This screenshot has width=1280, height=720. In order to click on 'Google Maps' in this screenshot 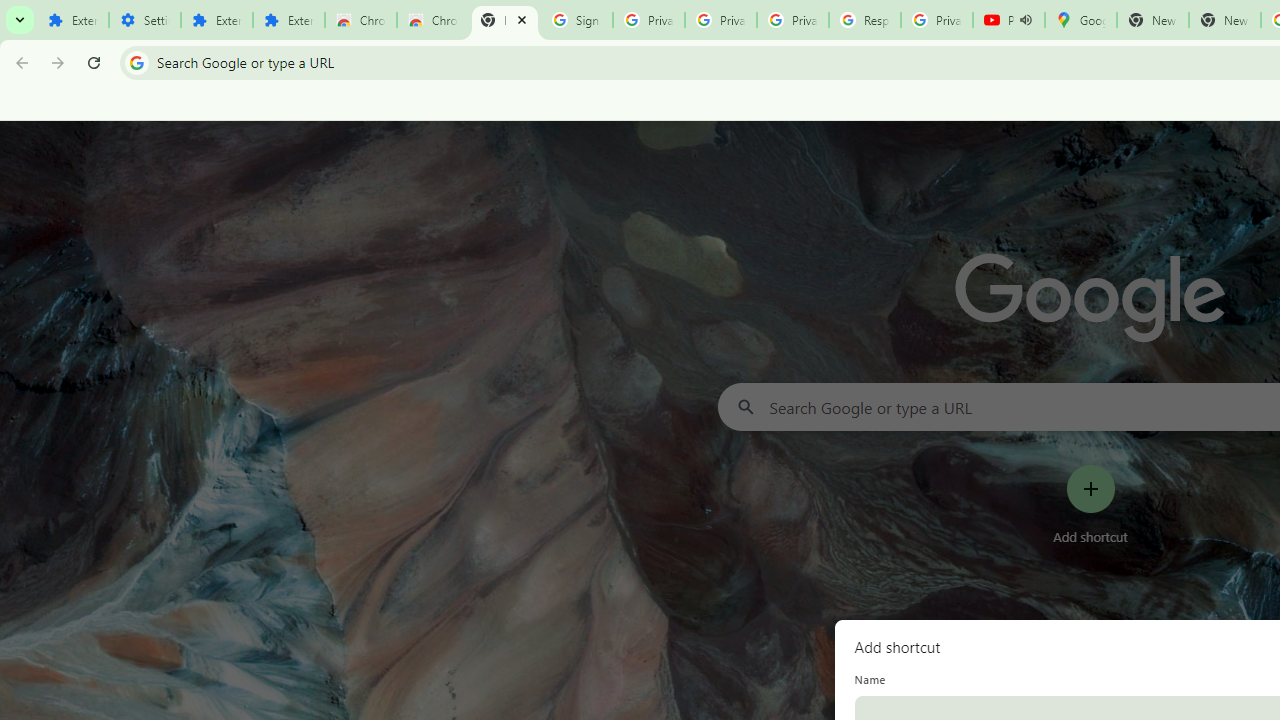, I will do `click(1079, 20)`.